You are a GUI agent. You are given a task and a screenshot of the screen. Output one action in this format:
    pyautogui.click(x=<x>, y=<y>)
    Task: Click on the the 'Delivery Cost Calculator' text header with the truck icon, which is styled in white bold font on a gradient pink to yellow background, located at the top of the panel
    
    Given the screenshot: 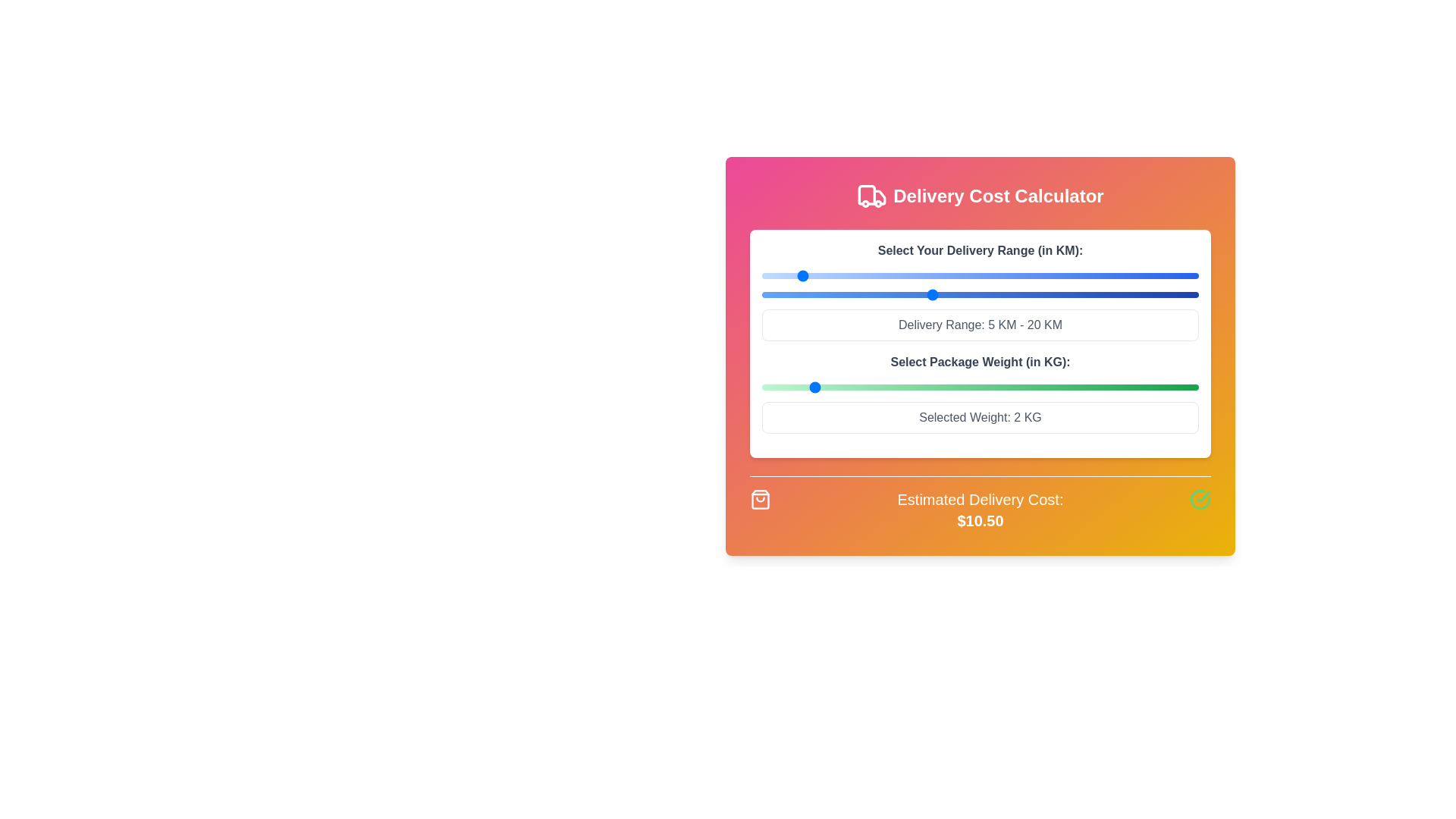 What is the action you would take?
    pyautogui.click(x=980, y=195)
    